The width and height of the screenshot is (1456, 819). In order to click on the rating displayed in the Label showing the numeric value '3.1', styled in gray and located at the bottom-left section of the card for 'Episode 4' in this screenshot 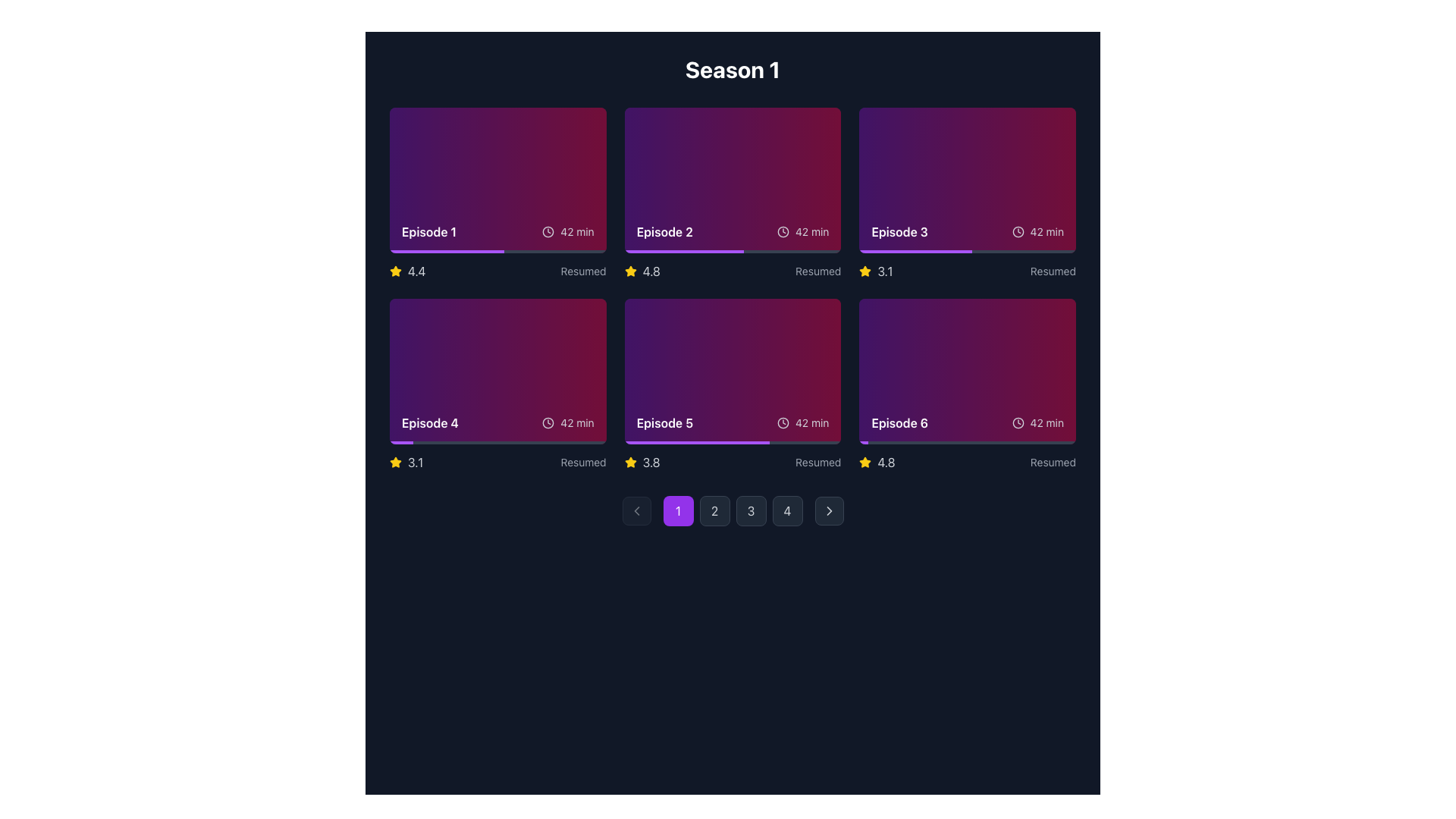, I will do `click(885, 271)`.